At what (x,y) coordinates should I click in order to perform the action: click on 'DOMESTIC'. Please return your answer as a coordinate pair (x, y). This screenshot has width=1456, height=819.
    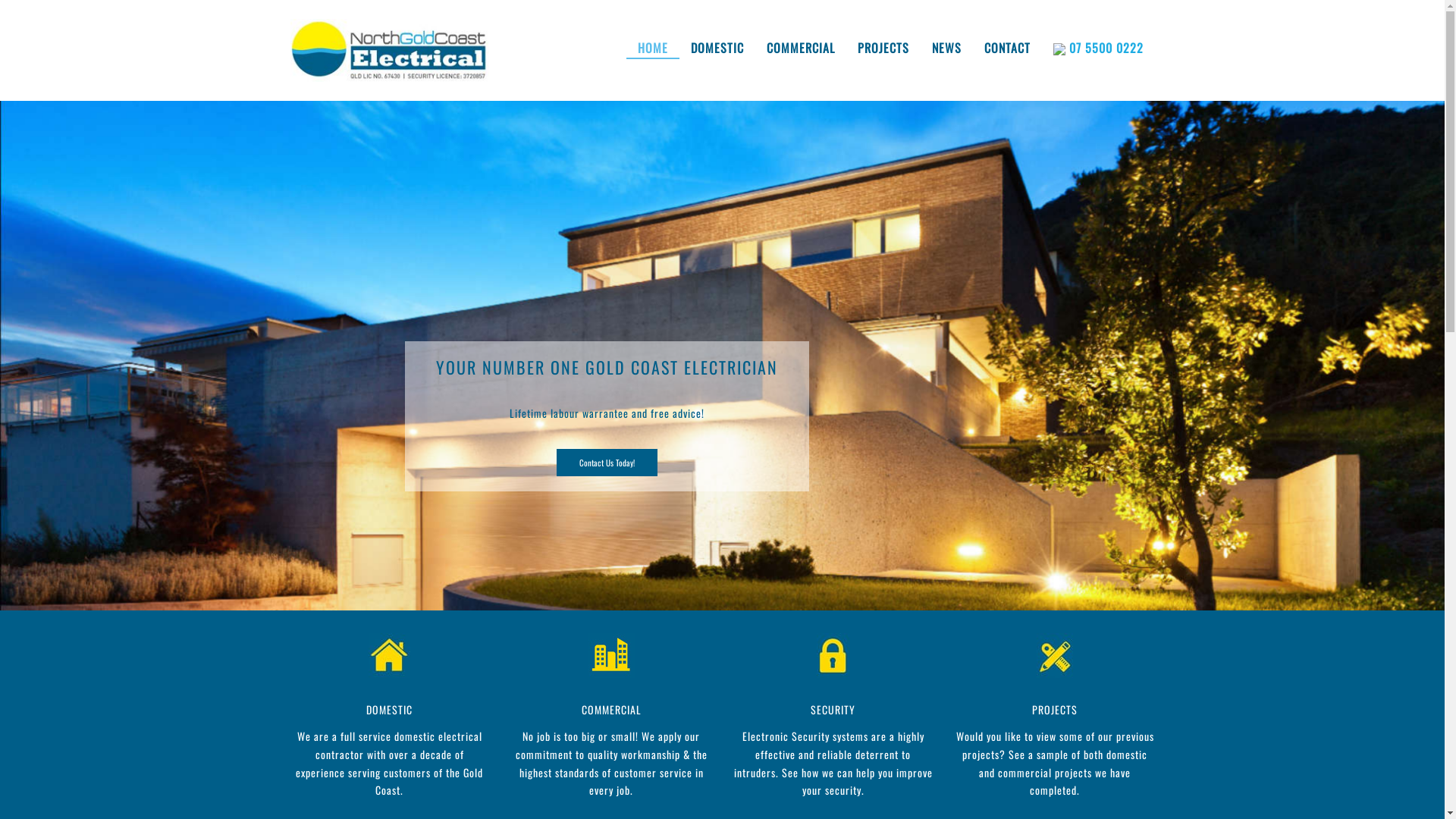
    Looking at the image, I should click on (716, 46).